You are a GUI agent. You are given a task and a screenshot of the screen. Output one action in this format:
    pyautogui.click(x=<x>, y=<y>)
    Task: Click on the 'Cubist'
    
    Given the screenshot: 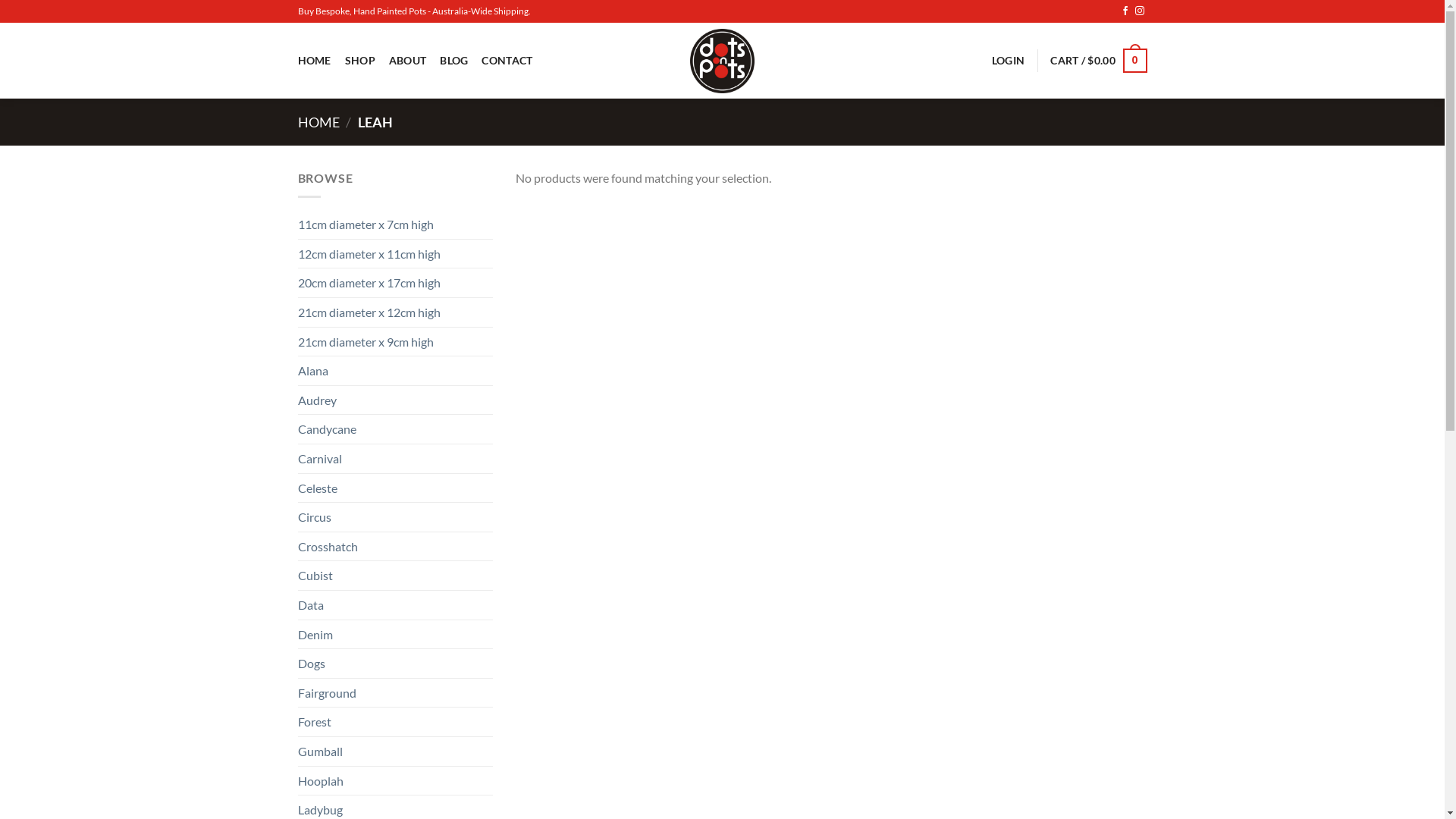 What is the action you would take?
    pyautogui.click(x=395, y=576)
    